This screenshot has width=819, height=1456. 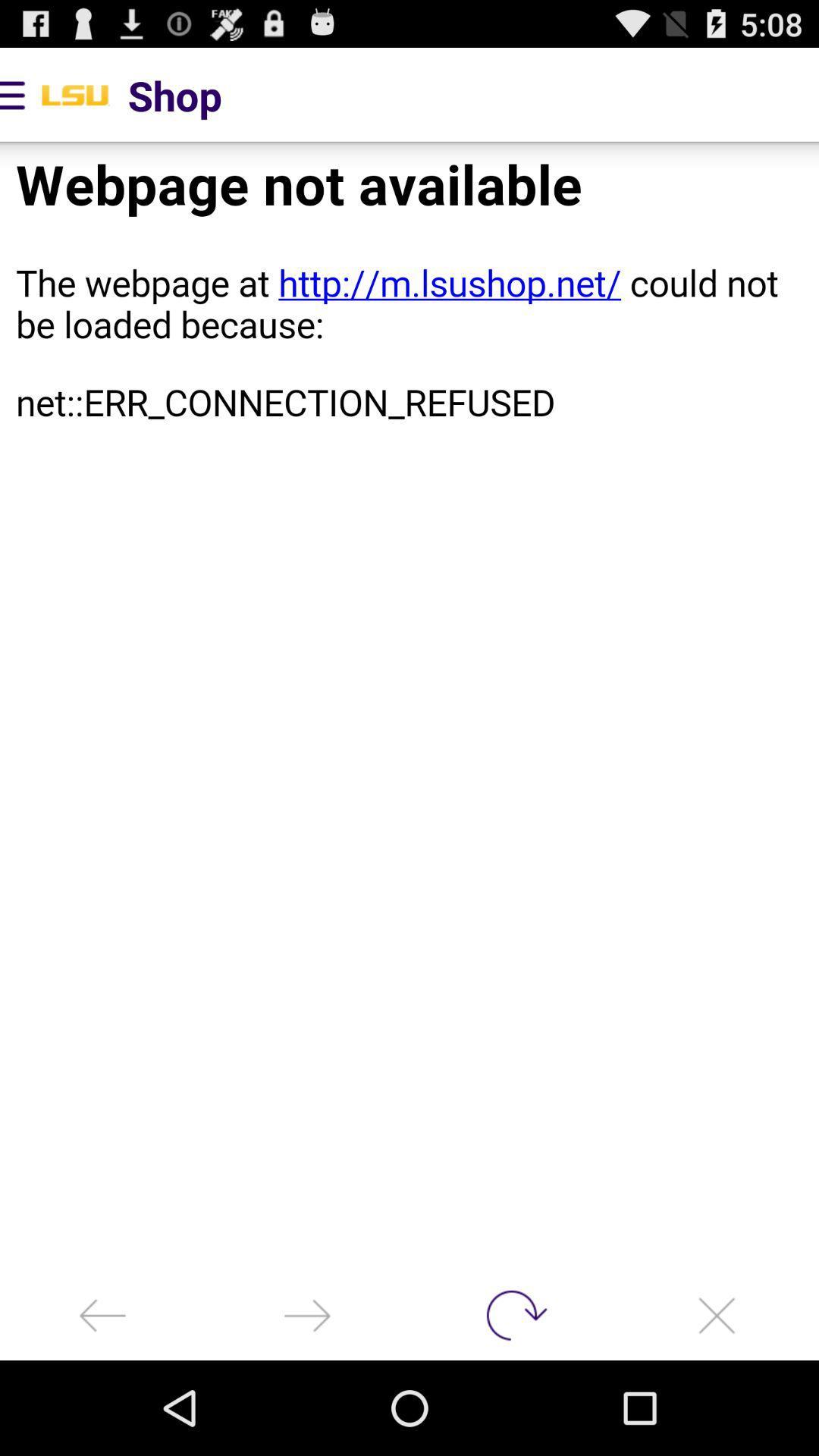 I want to click on go forward, so click(x=307, y=1314).